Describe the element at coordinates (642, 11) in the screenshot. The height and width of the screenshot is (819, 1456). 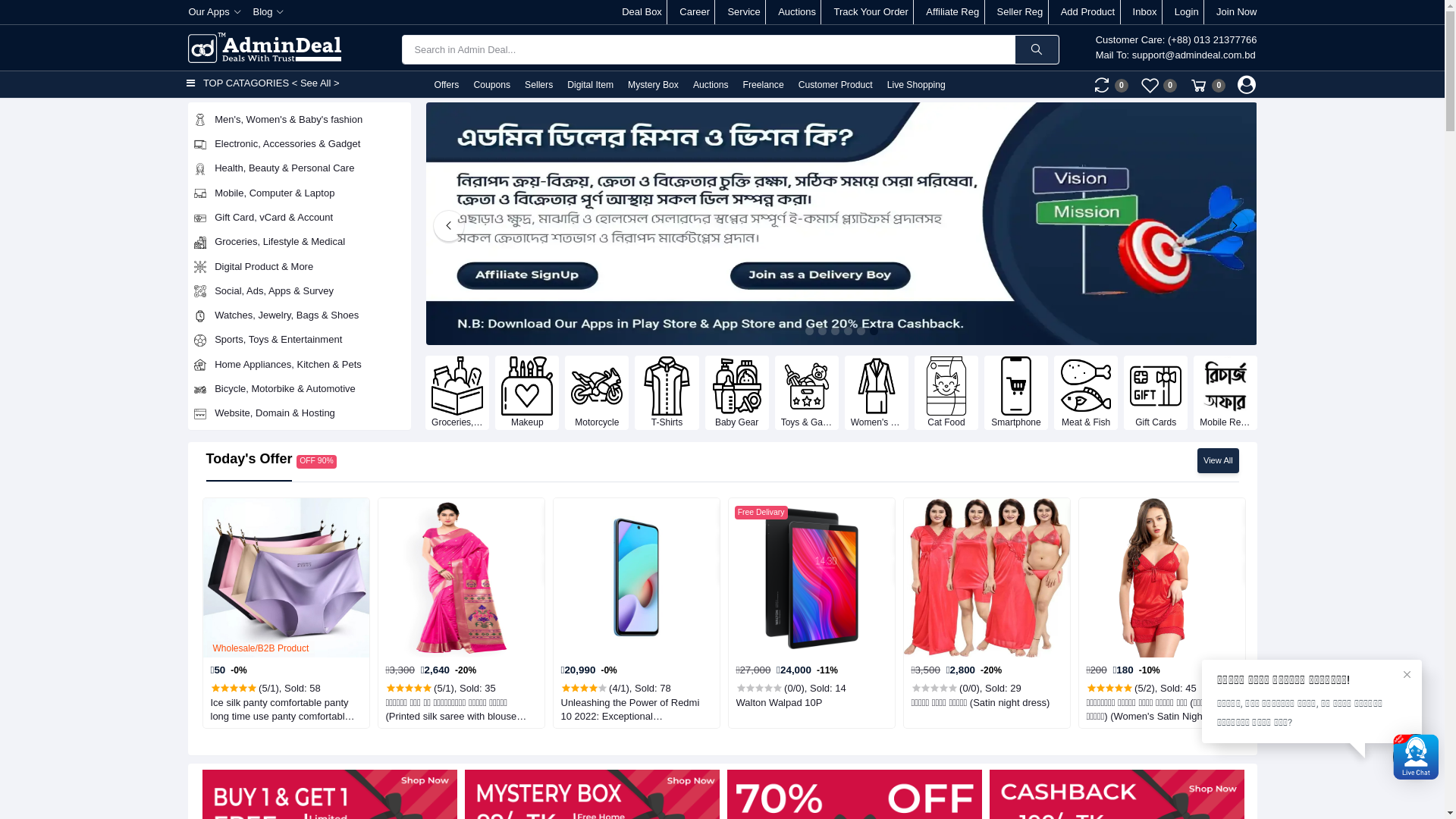
I see `'Deal Box'` at that location.